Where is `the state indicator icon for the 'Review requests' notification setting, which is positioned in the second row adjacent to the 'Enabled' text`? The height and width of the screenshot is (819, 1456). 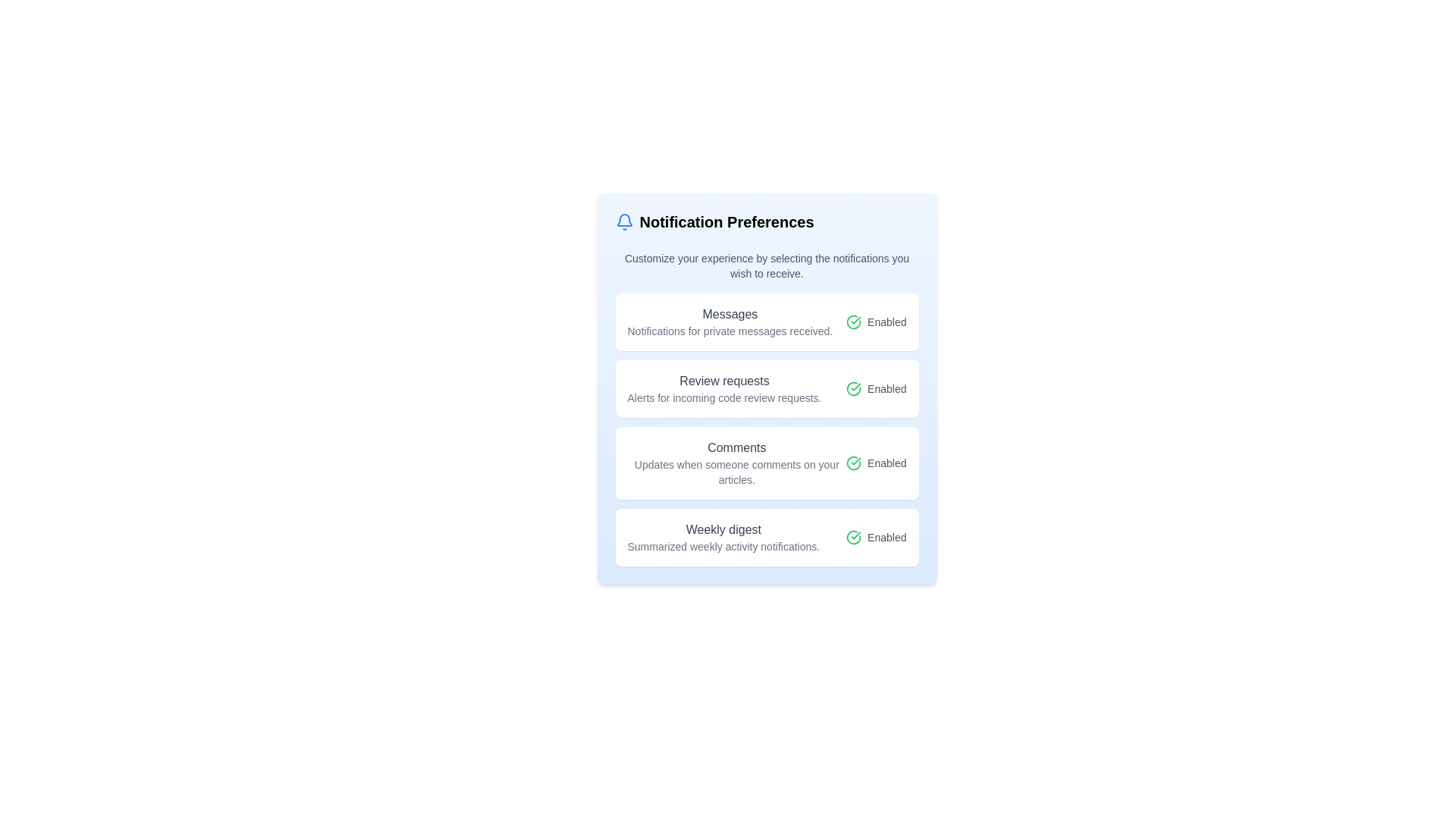 the state indicator icon for the 'Review requests' notification setting, which is positioned in the second row adjacent to the 'Enabled' text is located at coordinates (854, 388).